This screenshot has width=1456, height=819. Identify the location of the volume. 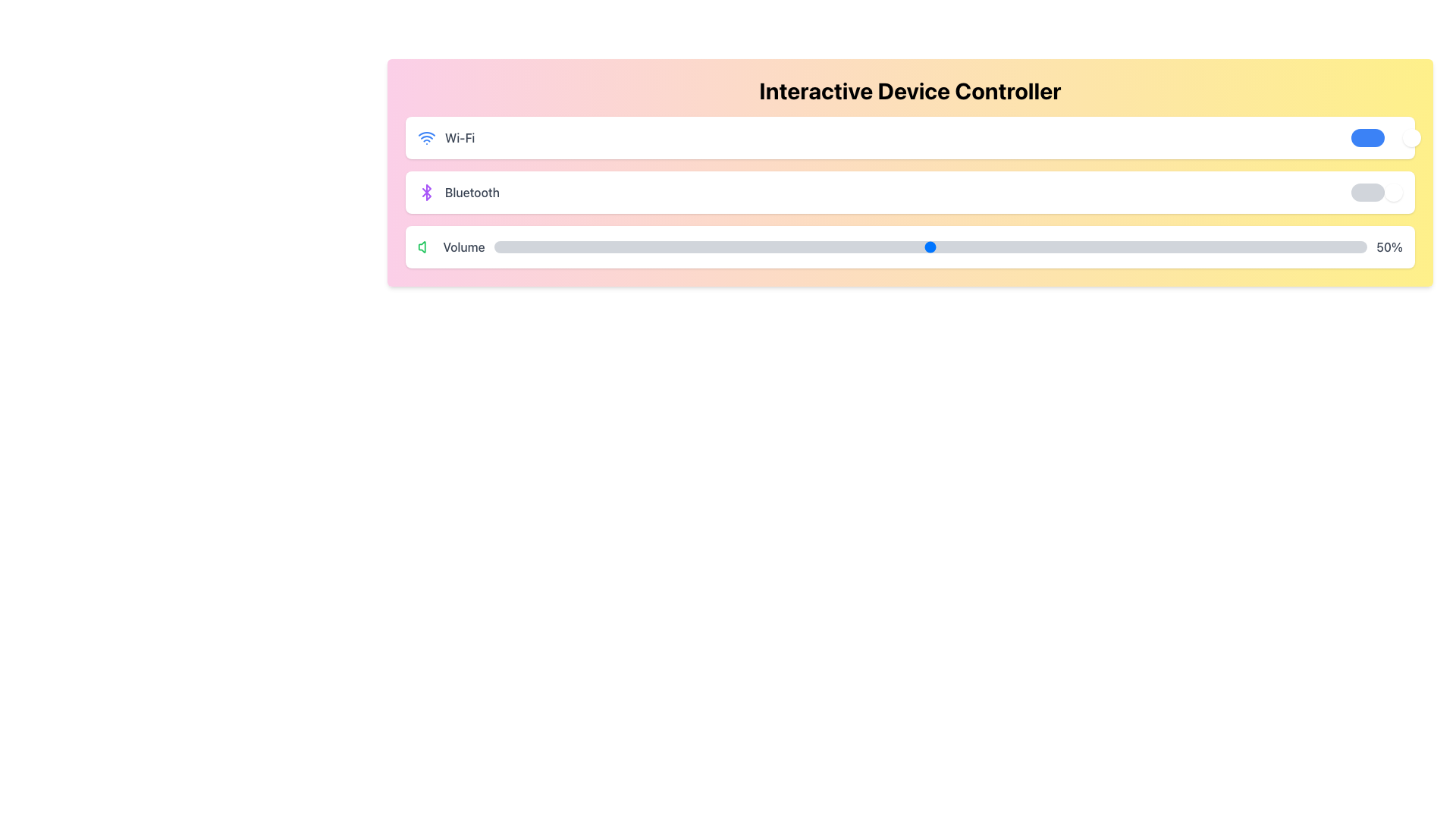
(1122, 246).